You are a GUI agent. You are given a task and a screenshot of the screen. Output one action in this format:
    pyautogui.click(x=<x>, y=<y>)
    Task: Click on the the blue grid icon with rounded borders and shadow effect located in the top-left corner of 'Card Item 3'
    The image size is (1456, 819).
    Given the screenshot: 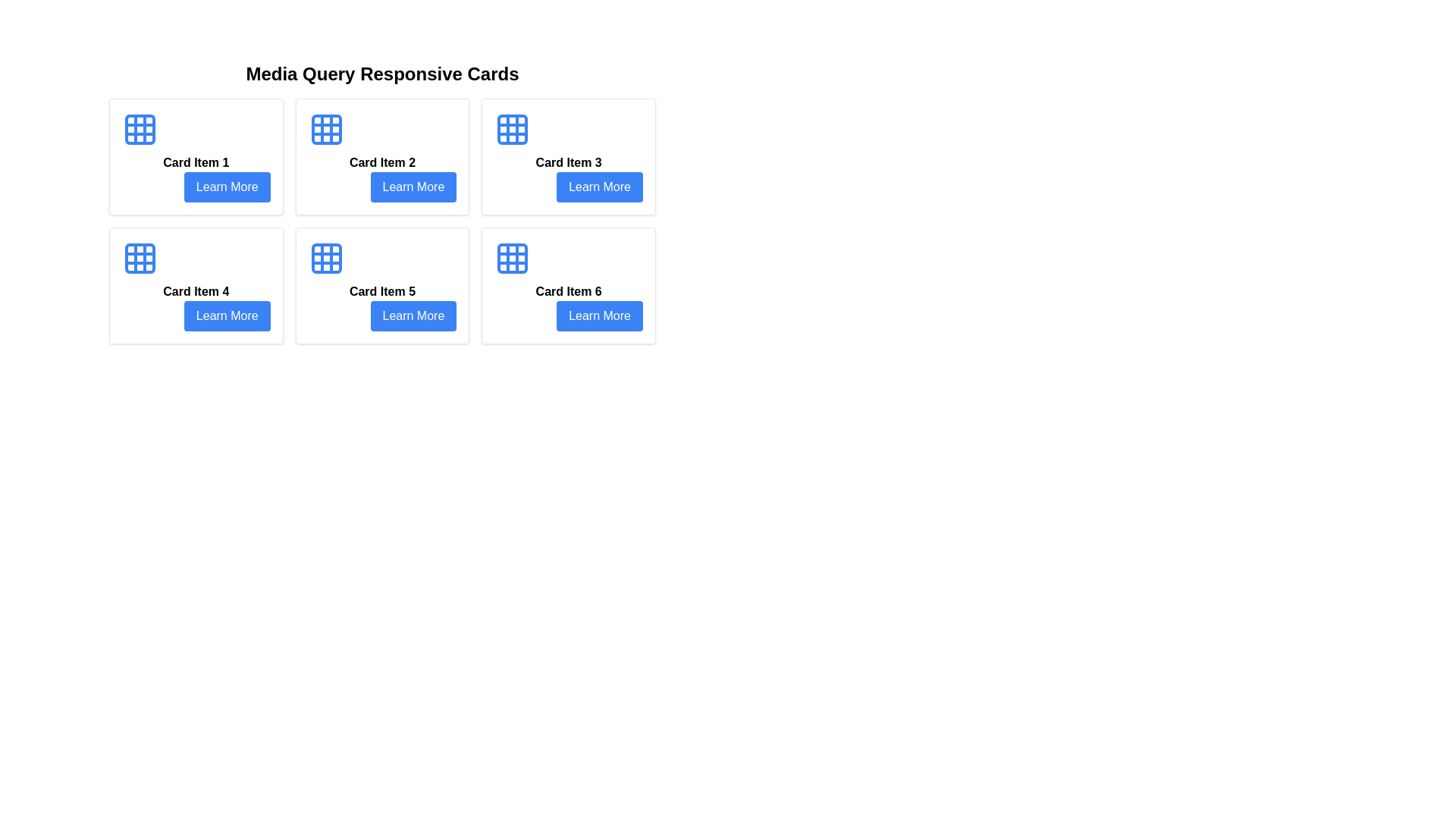 What is the action you would take?
    pyautogui.click(x=513, y=128)
    